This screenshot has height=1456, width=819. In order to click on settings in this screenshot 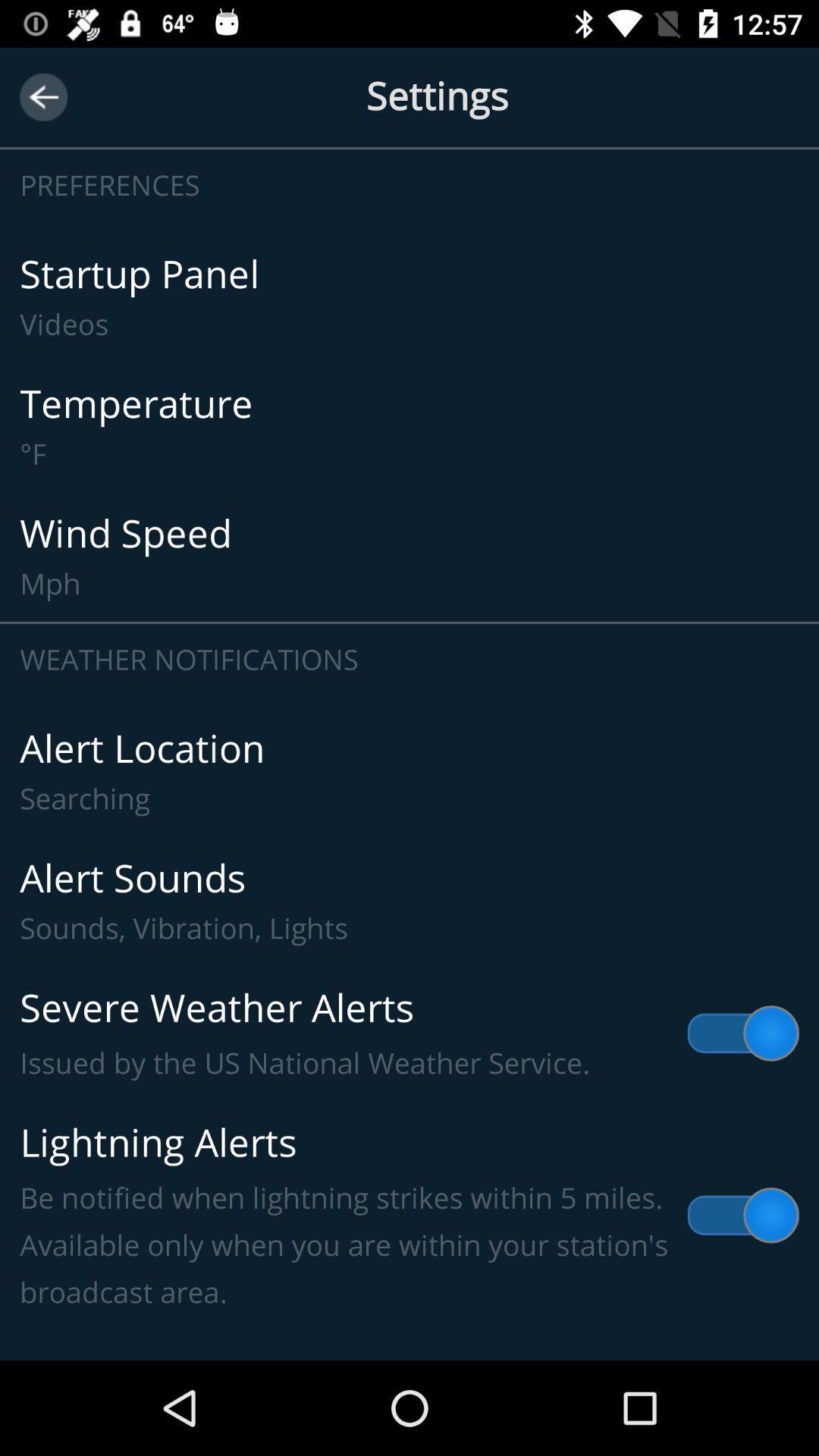, I will do `click(409, 96)`.